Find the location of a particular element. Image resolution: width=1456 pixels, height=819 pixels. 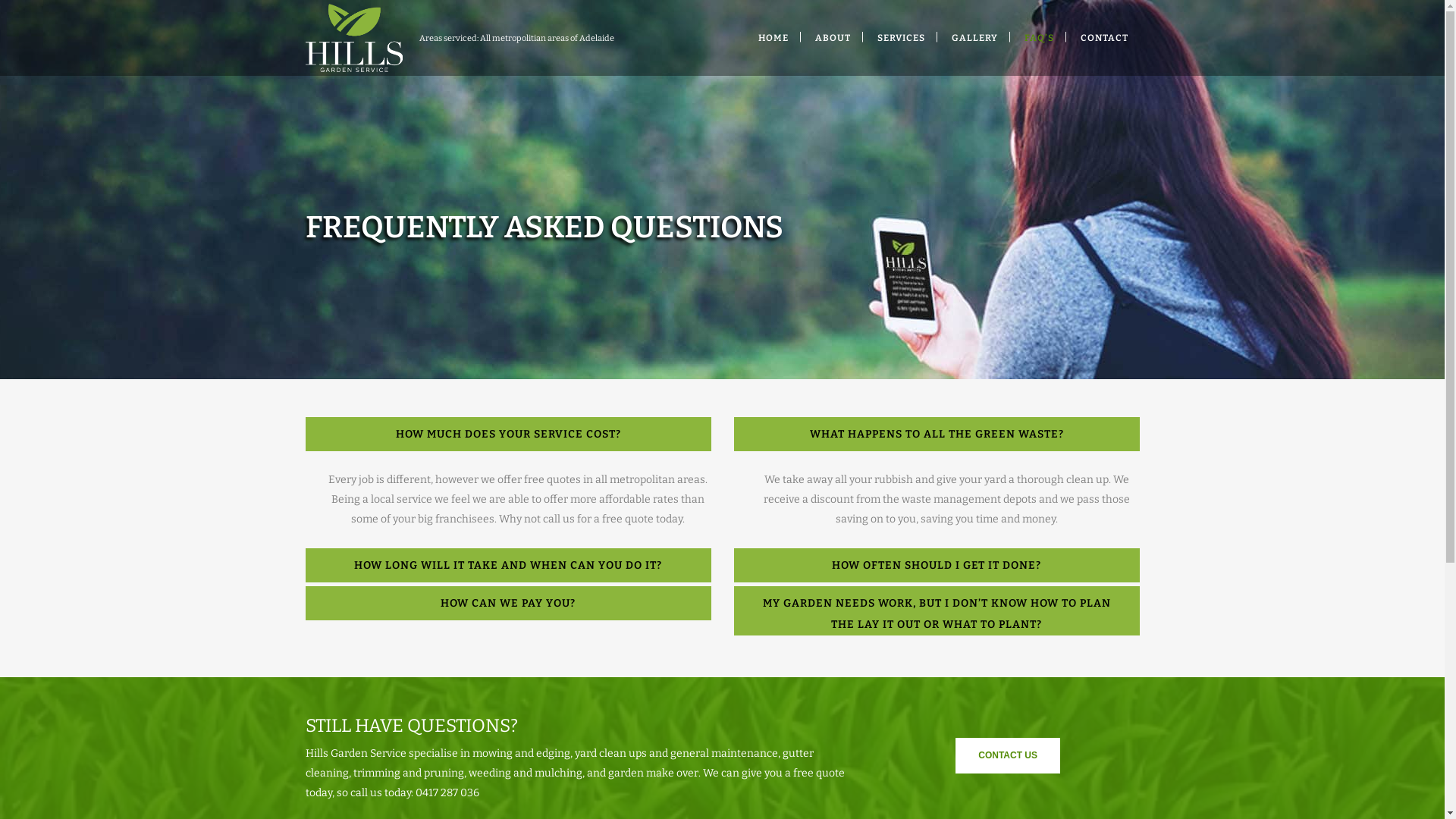

'0417 287 036' is located at coordinates (447, 792).